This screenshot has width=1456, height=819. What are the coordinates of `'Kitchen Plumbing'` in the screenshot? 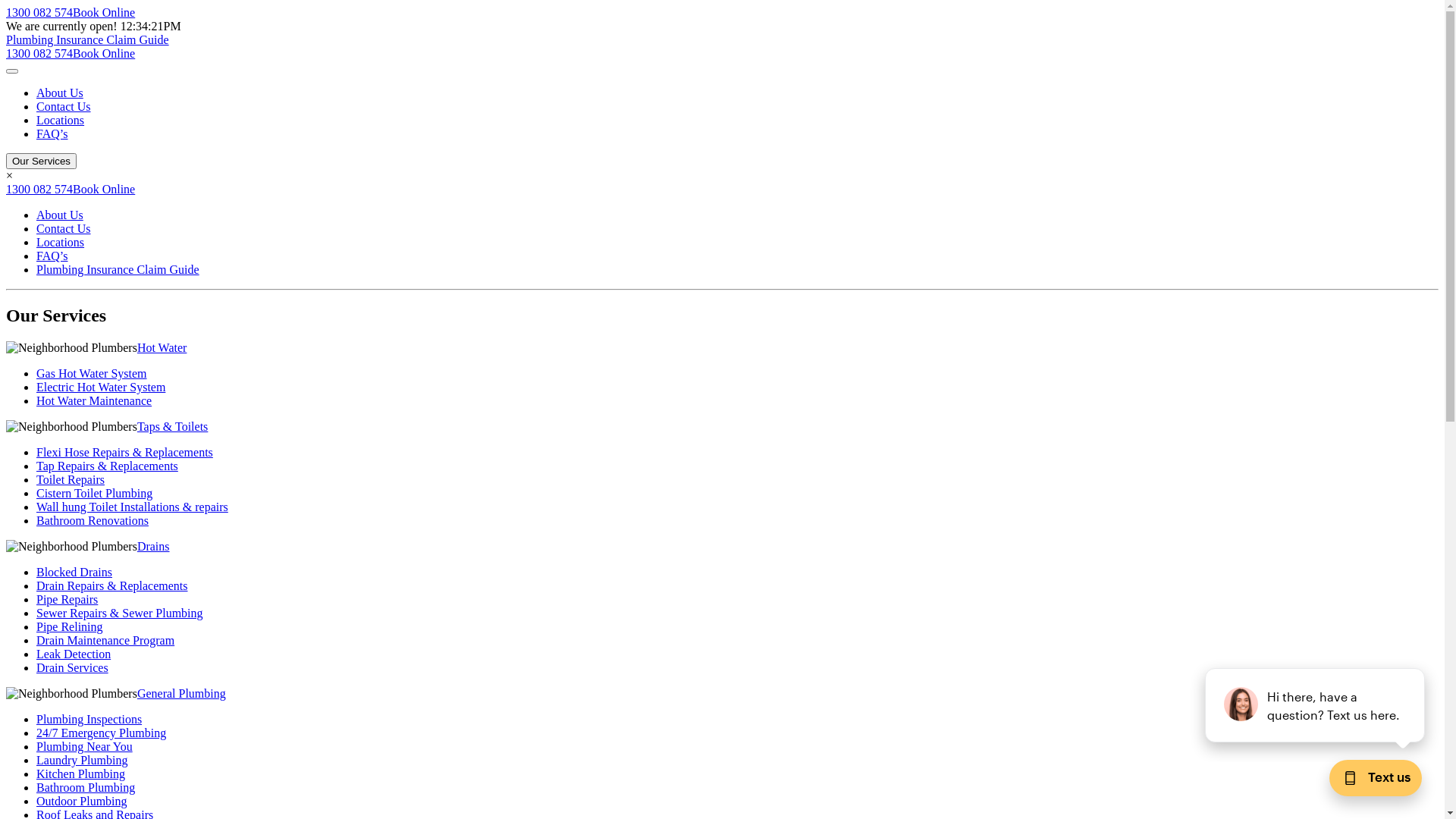 It's located at (80, 773).